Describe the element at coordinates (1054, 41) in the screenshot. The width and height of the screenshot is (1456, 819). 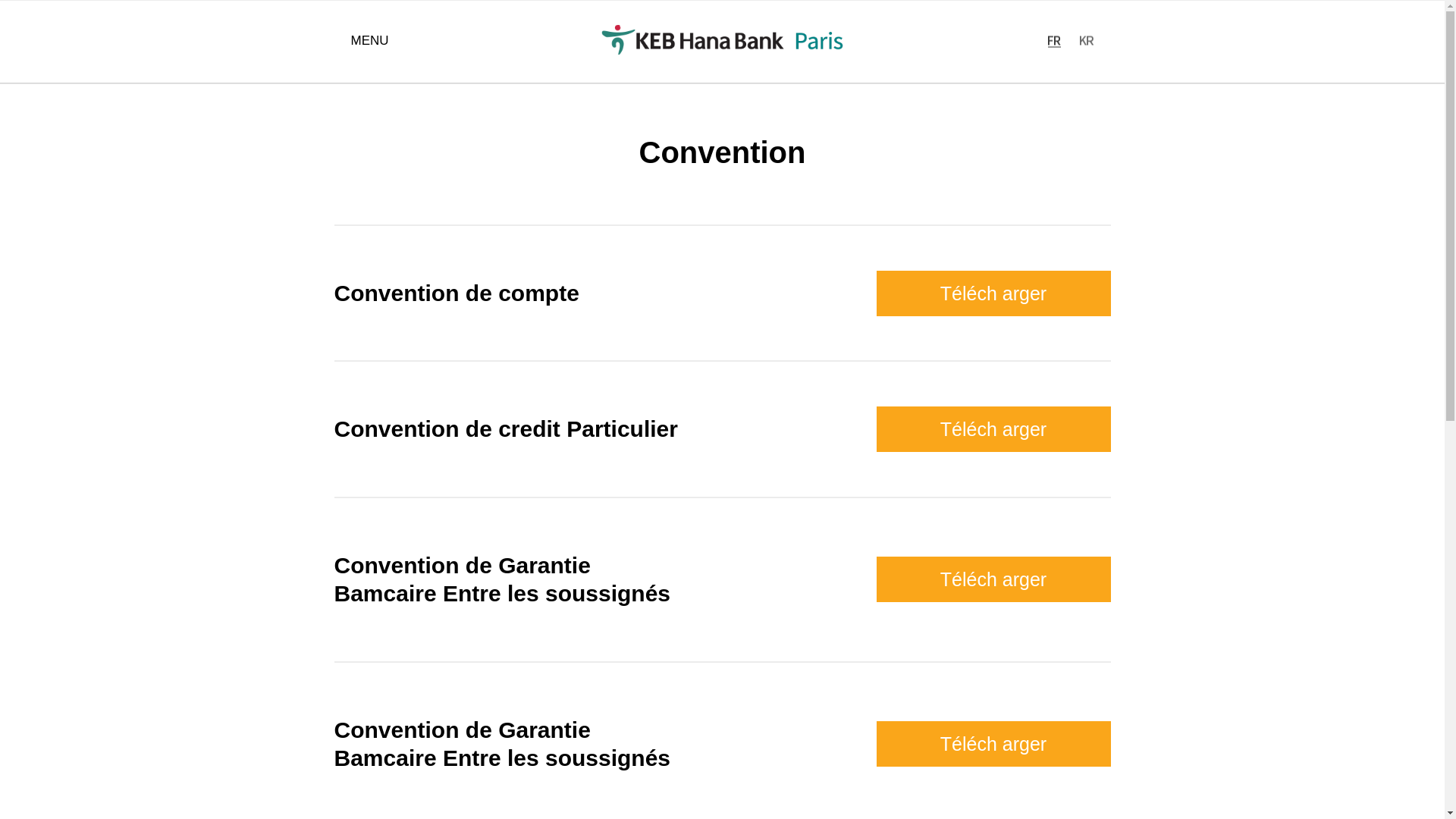
I see `'EN'` at that location.